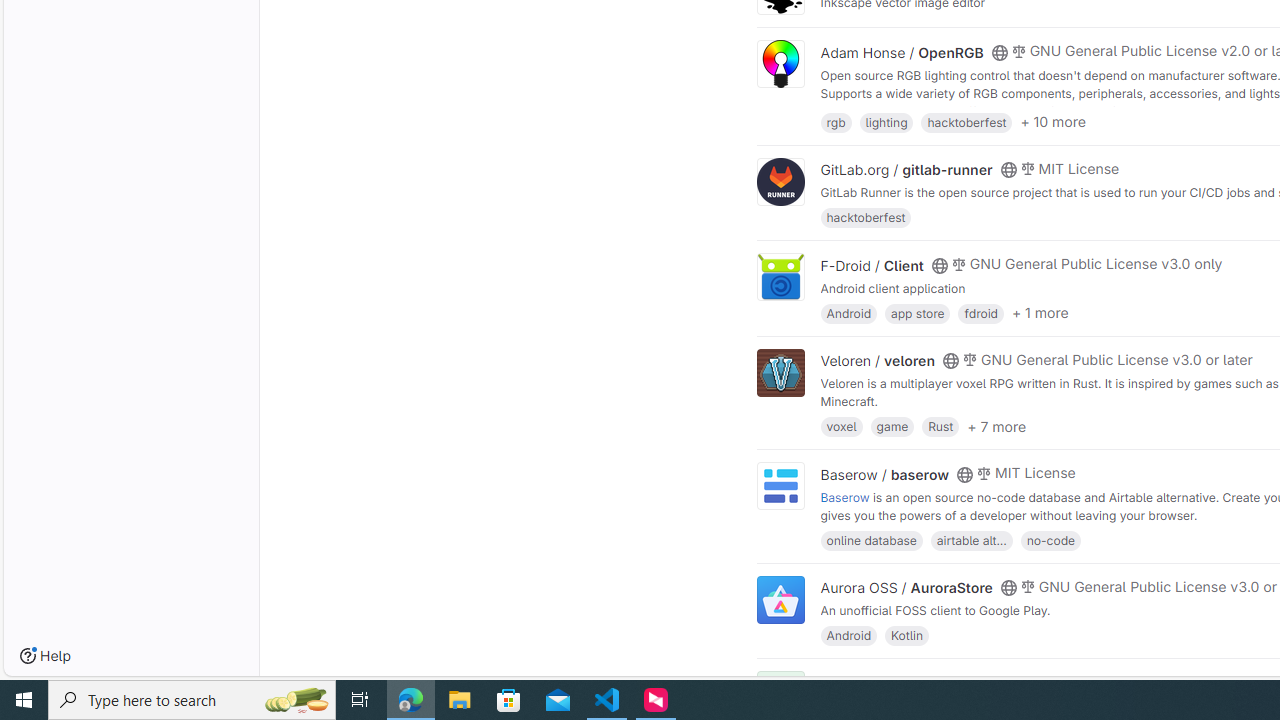 Image resolution: width=1280 pixels, height=720 pixels. Describe the element at coordinates (779, 598) in the screenshot. I see `'Class: project'` at that location.